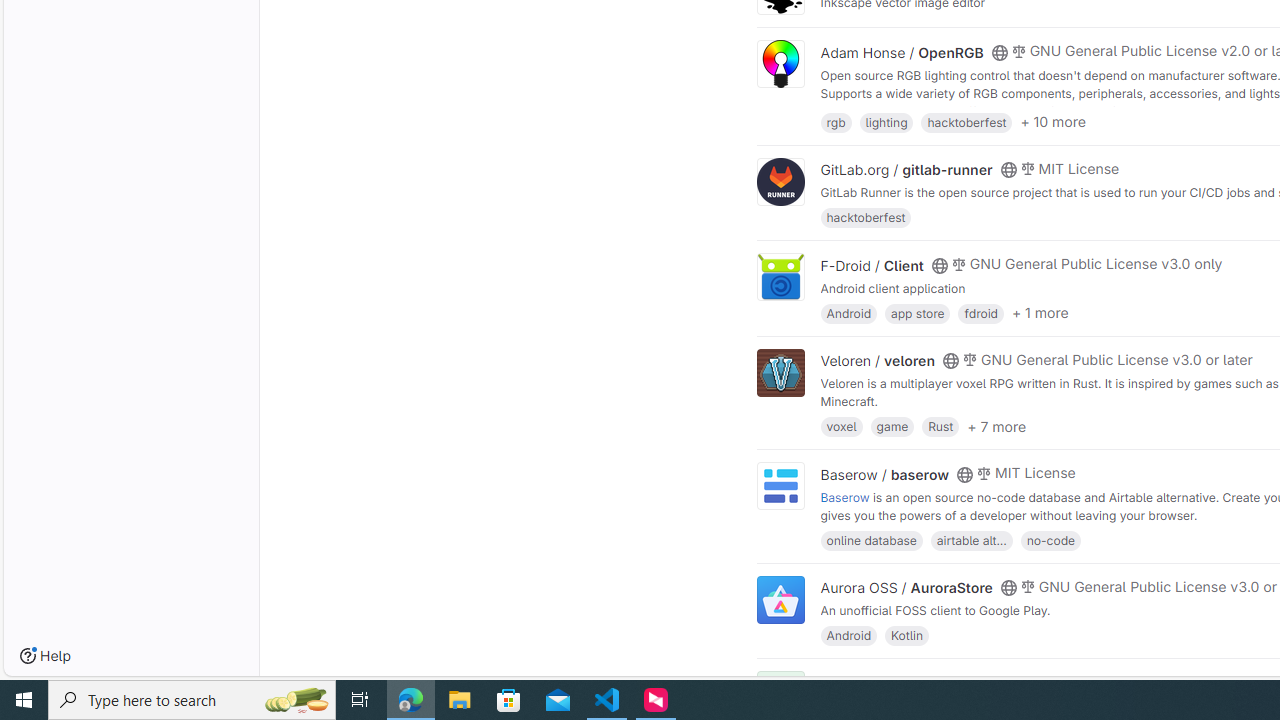 Image resolution: width=1280 pixels, height=720 pixels. Describe the element at coordinates (779, 598) in the screenshot. I see `'Class: project'` at that location.